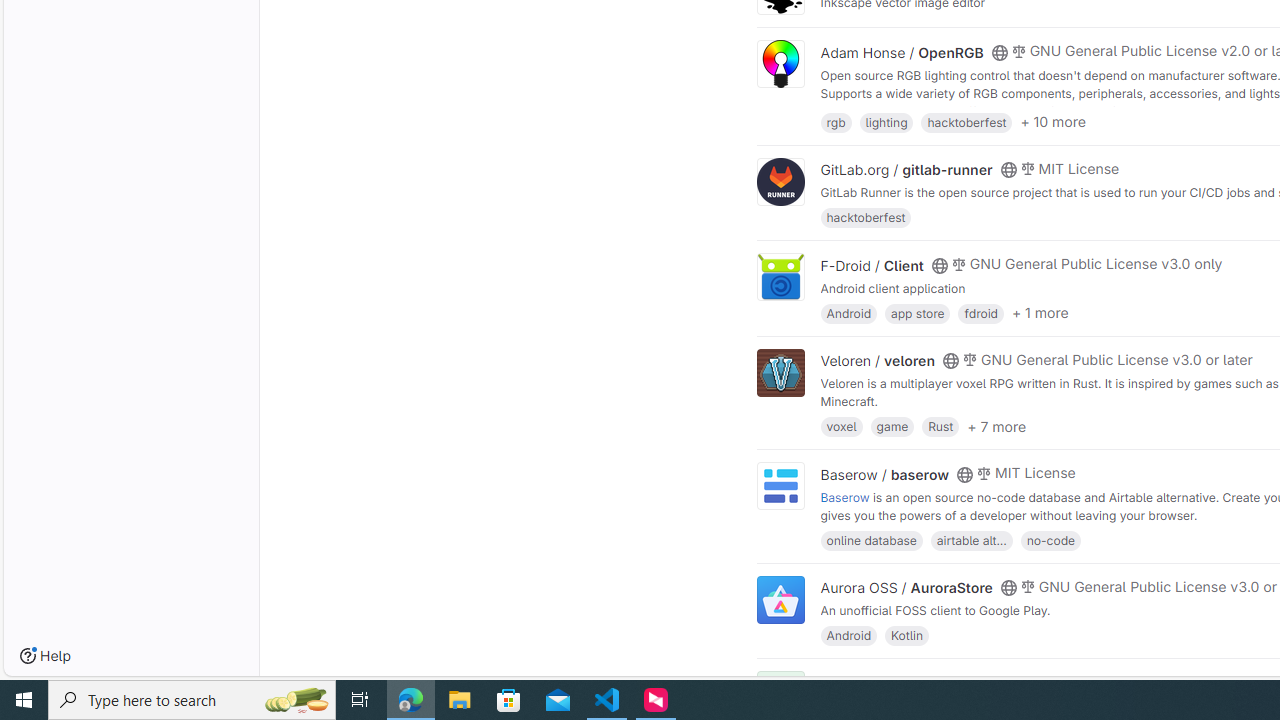 Image resolution: width=1280 pixels, height=720 pixels. Describe the element at coordinates (779, 598) in the screenshot. I see `'Class: project'` at that location.